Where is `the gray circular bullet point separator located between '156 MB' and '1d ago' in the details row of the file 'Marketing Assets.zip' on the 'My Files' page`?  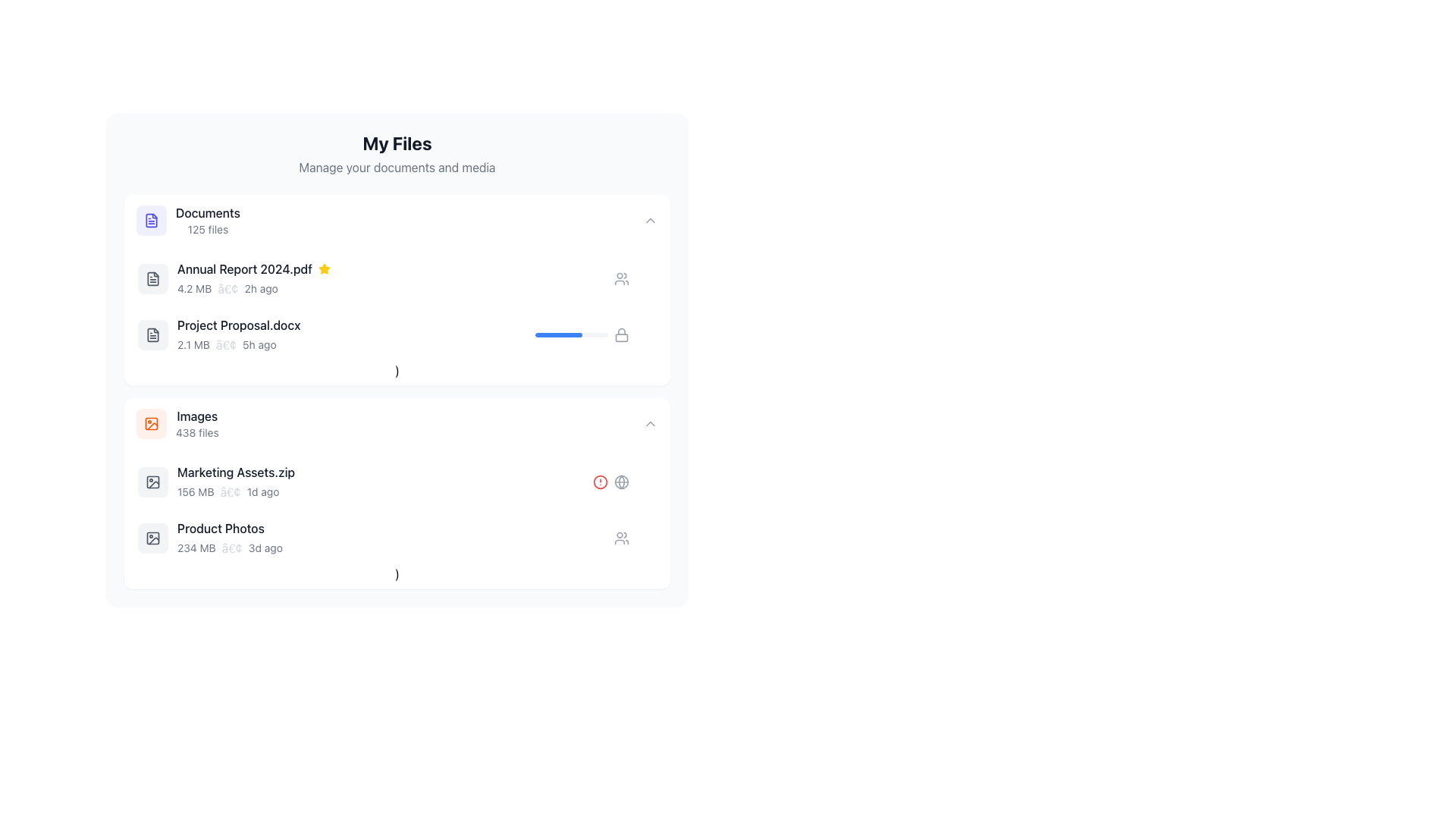
the gray circular bullet point separator located between '156 MB' and '1d ago' in the details row of the file 'Marketing Assets.zip' on the 'My Files' page is located at coordinates (230, 491).